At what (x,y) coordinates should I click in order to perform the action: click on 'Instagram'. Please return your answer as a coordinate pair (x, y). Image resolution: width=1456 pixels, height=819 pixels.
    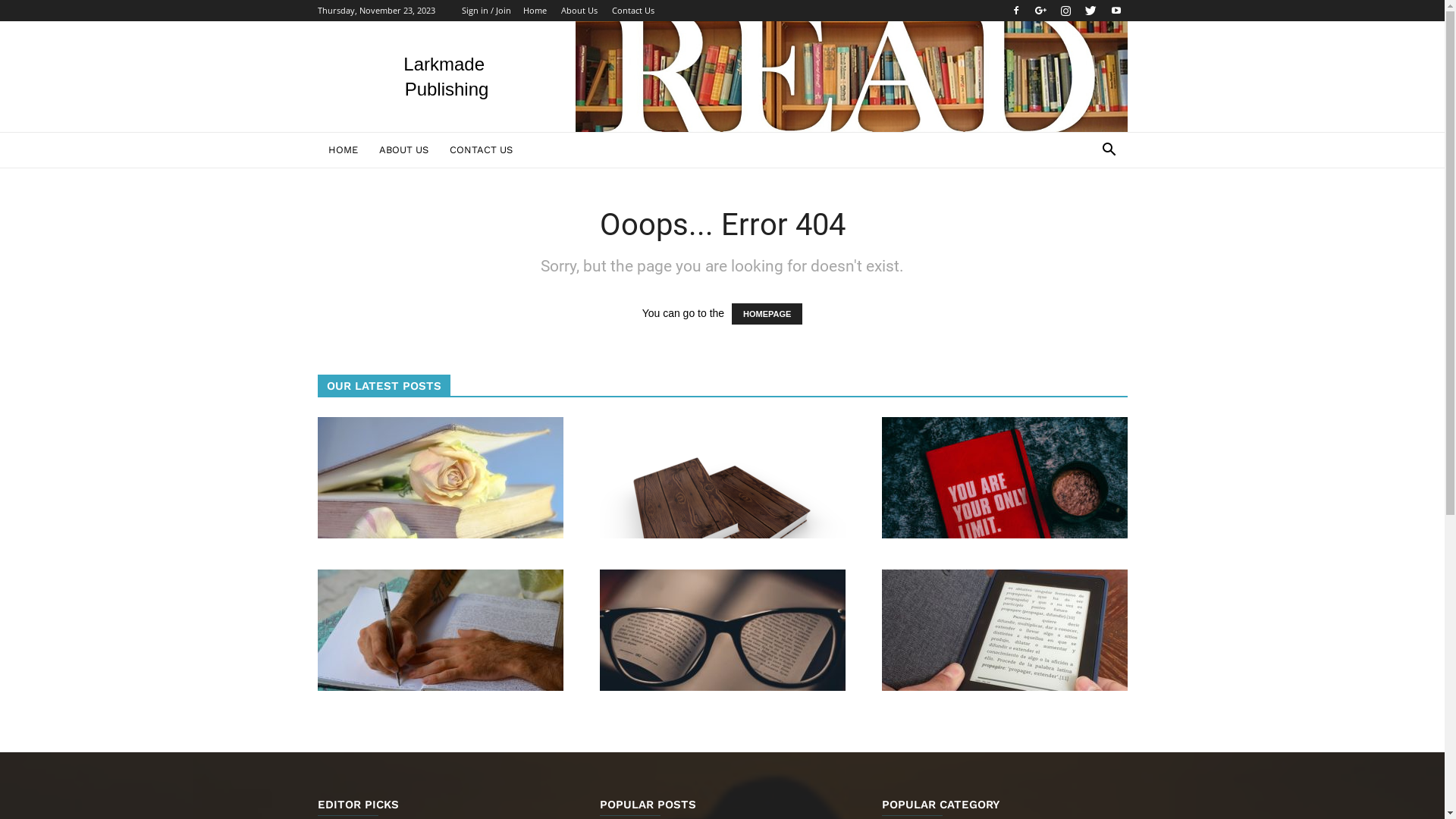
    Looking at the image, I should click on (1065, 11).